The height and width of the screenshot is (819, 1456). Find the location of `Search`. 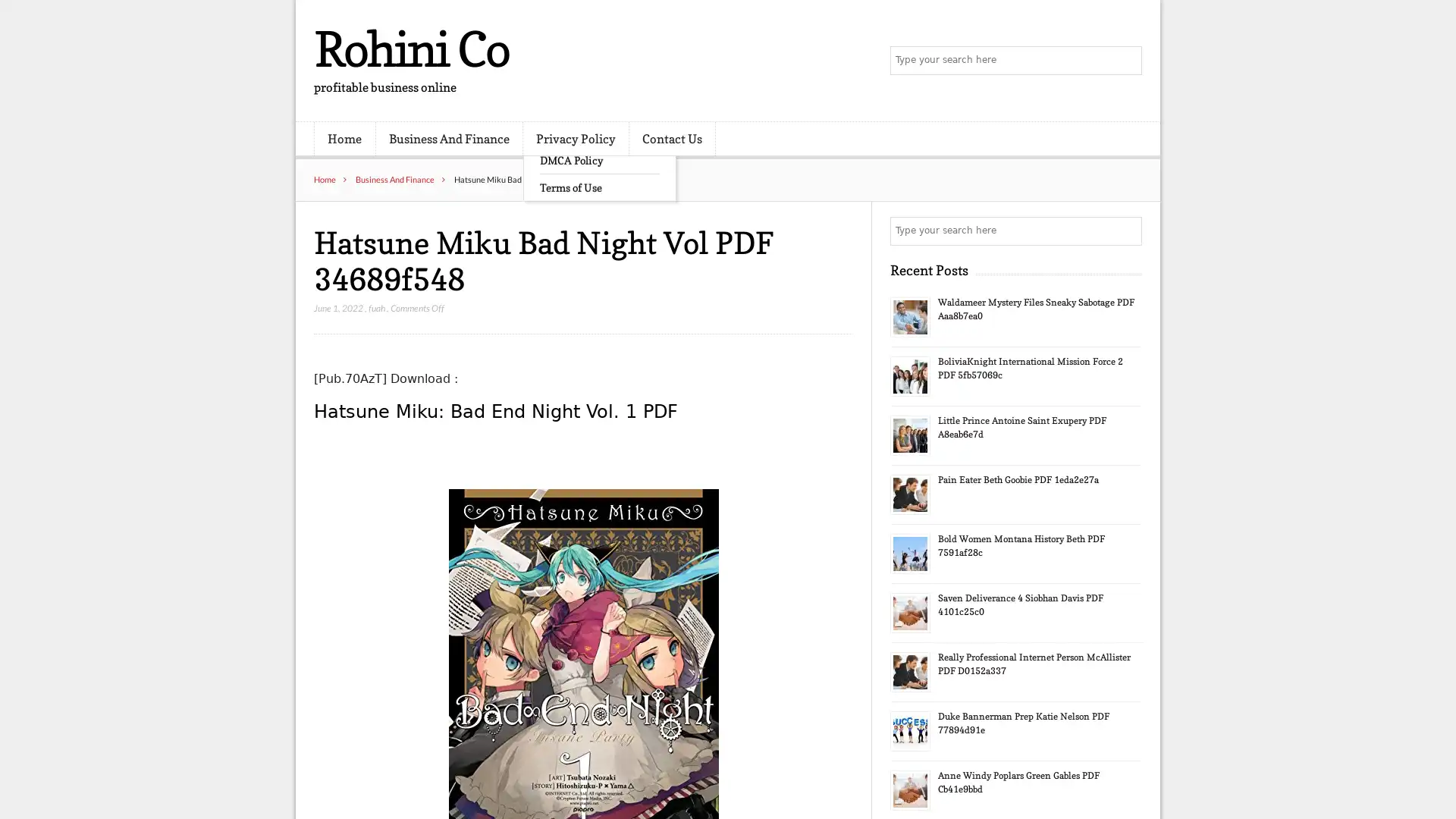

Search is located at coordinates (1126, 231).